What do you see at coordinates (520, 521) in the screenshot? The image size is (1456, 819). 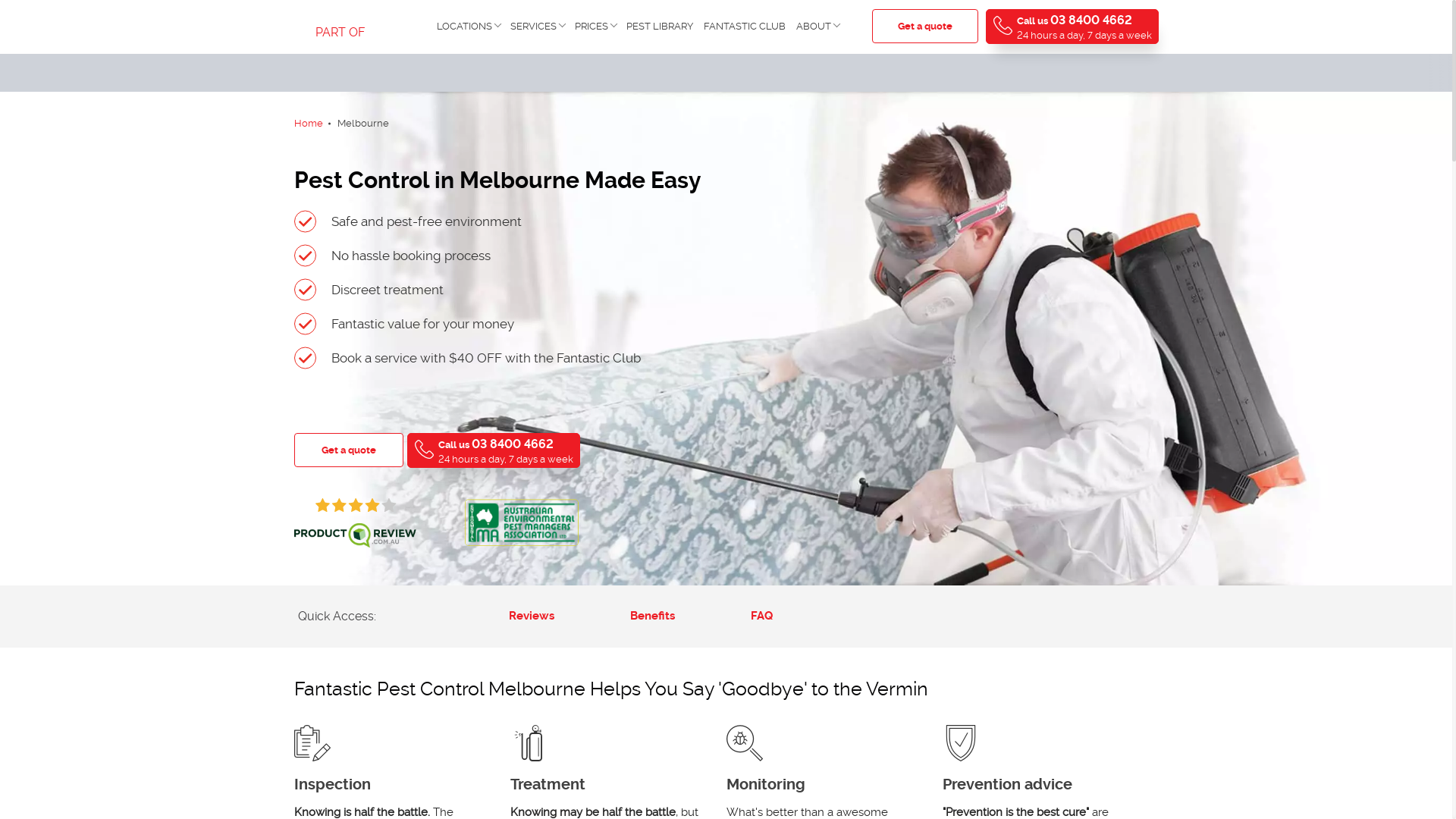 I see `'PMA'` at bounding box center [520, 521].